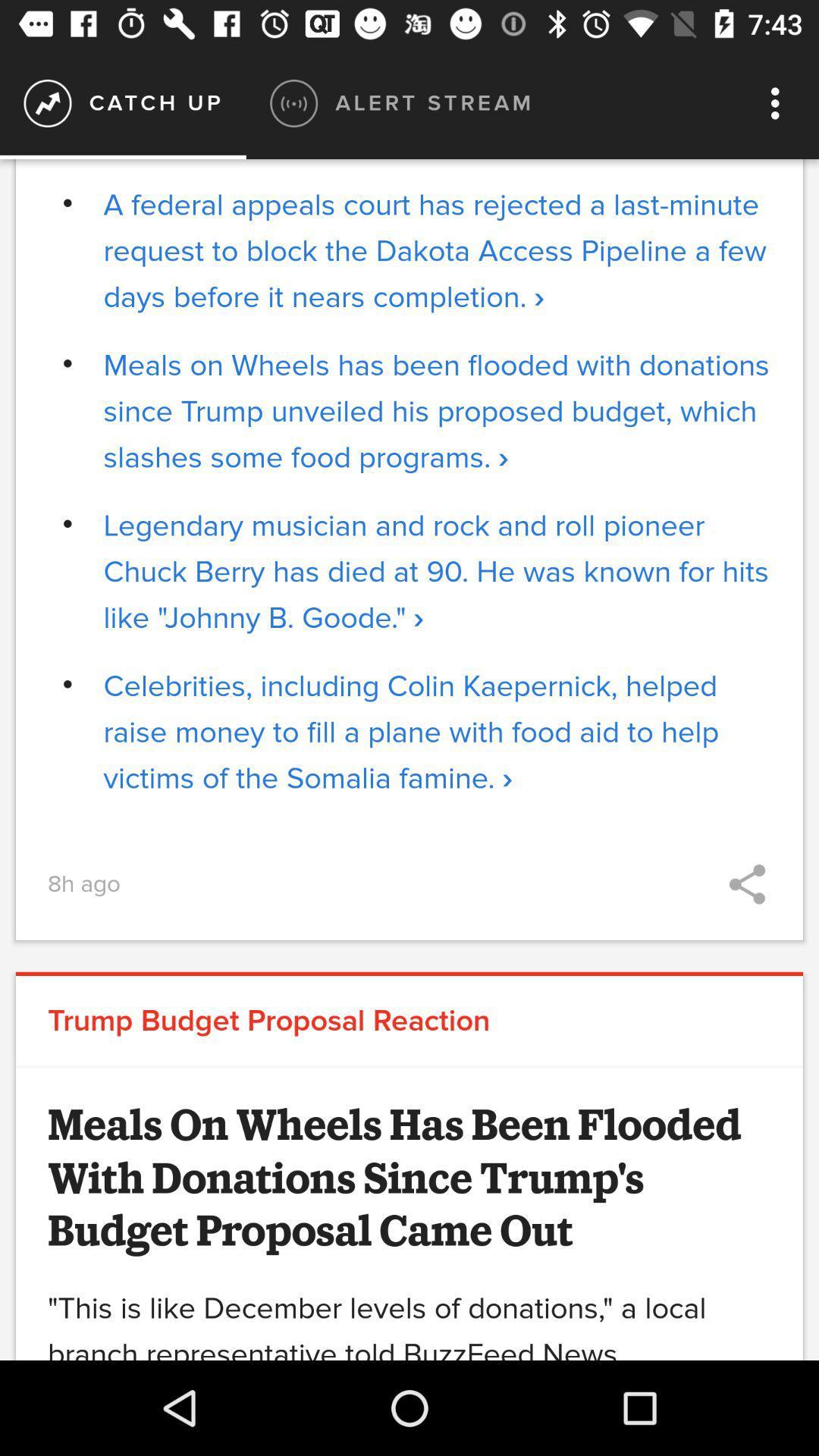 This screenshot has width=819, height=1456. What do you see at coordinates (437, 571) in the screenshot?
I see `the icon below the meals on wheels icon` at bounding box center [437, 571].